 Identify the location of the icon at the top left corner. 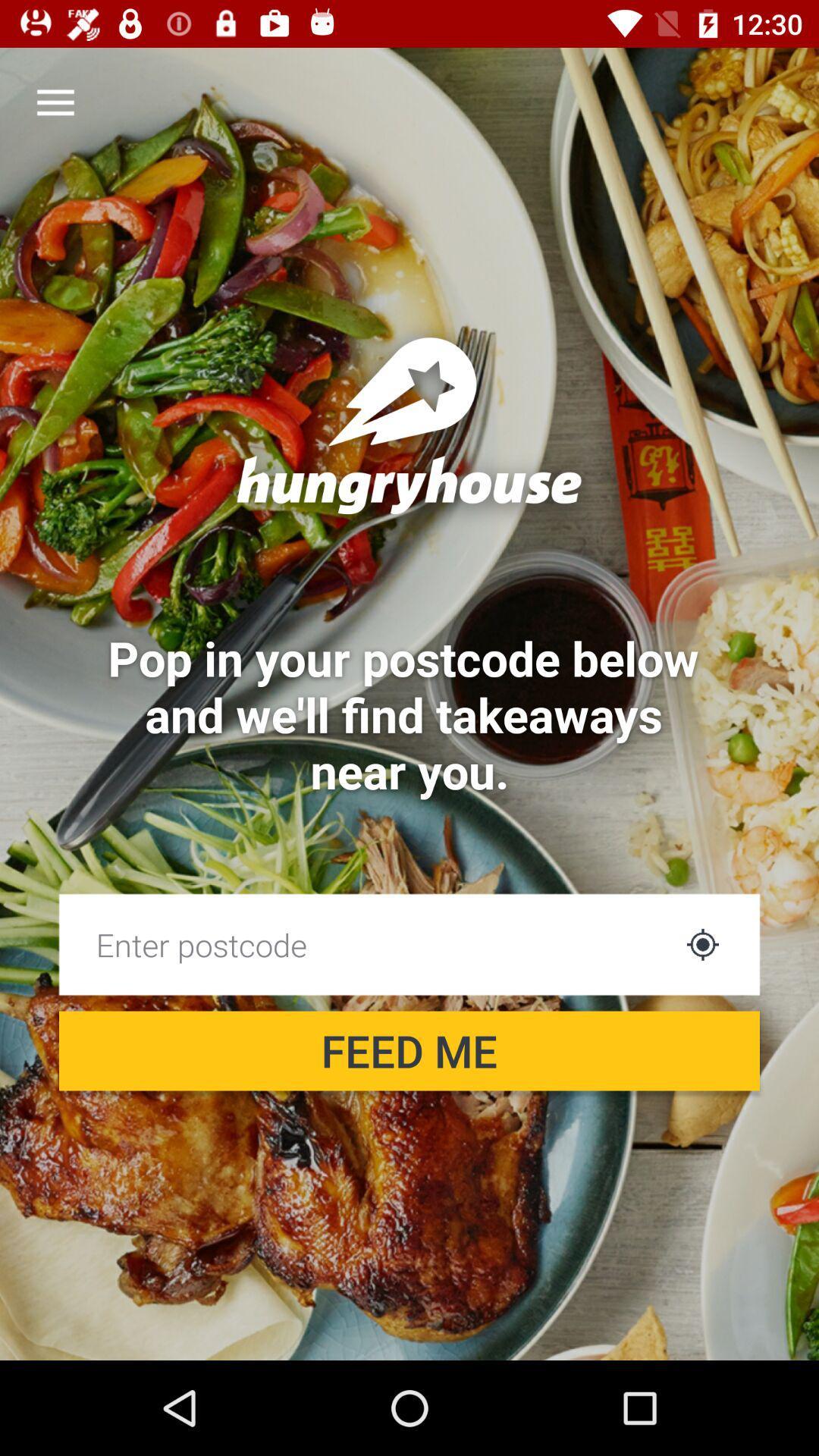
(55, 102).